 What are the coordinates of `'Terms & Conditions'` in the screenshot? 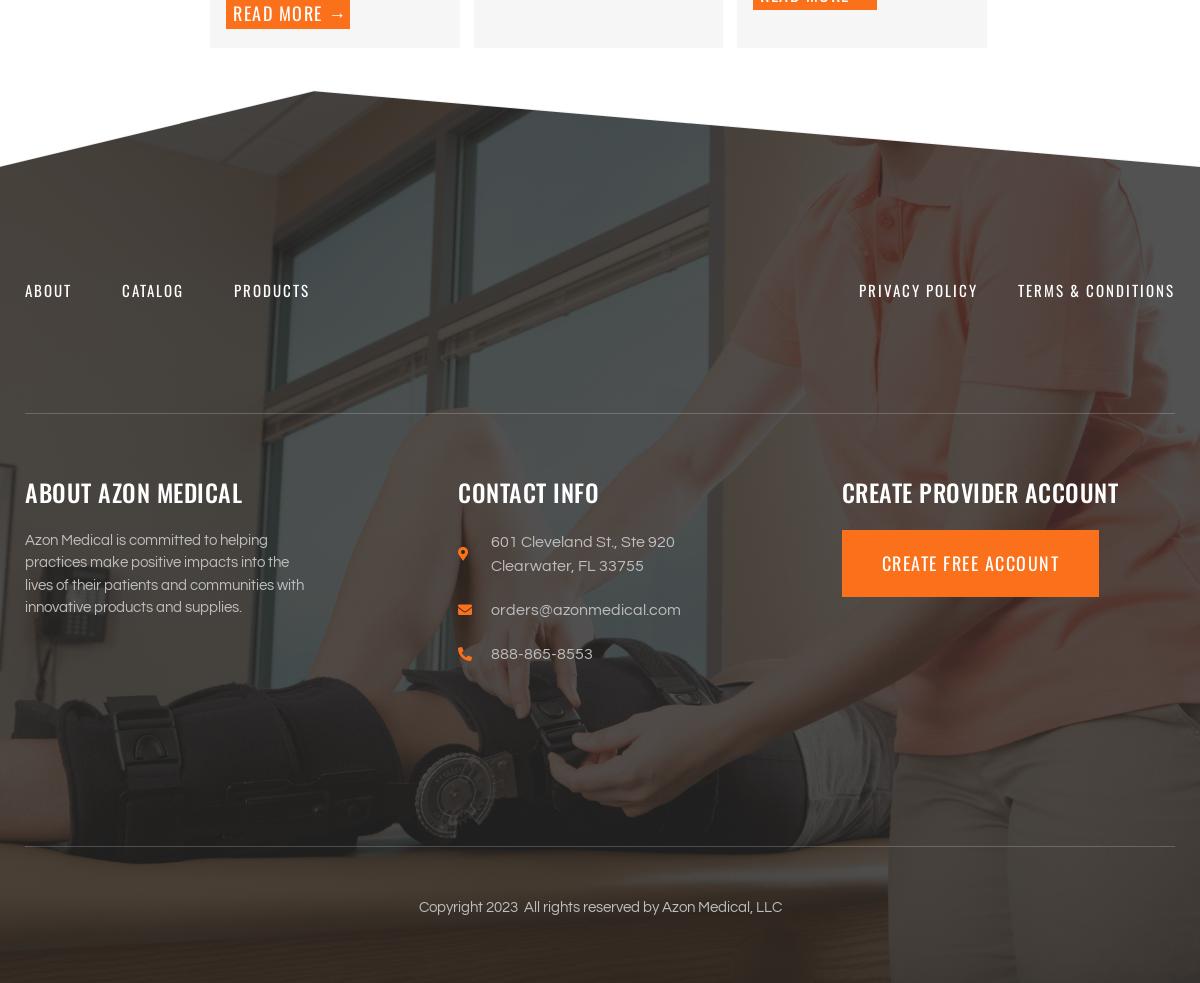 It's located at (1094, 289).